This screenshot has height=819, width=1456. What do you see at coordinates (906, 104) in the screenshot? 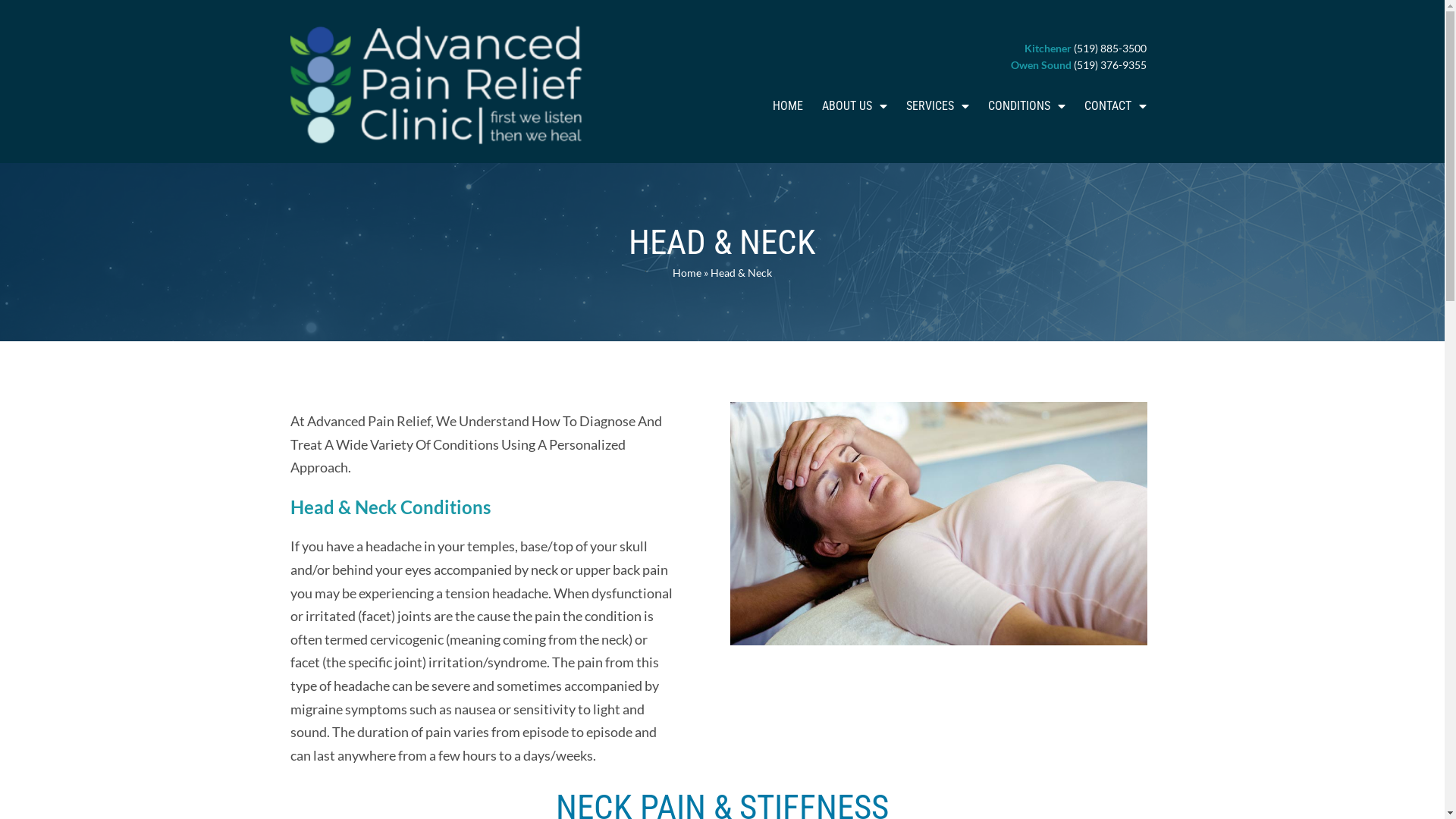
I see `'SERVICES'` at bounding box center [906, 104].